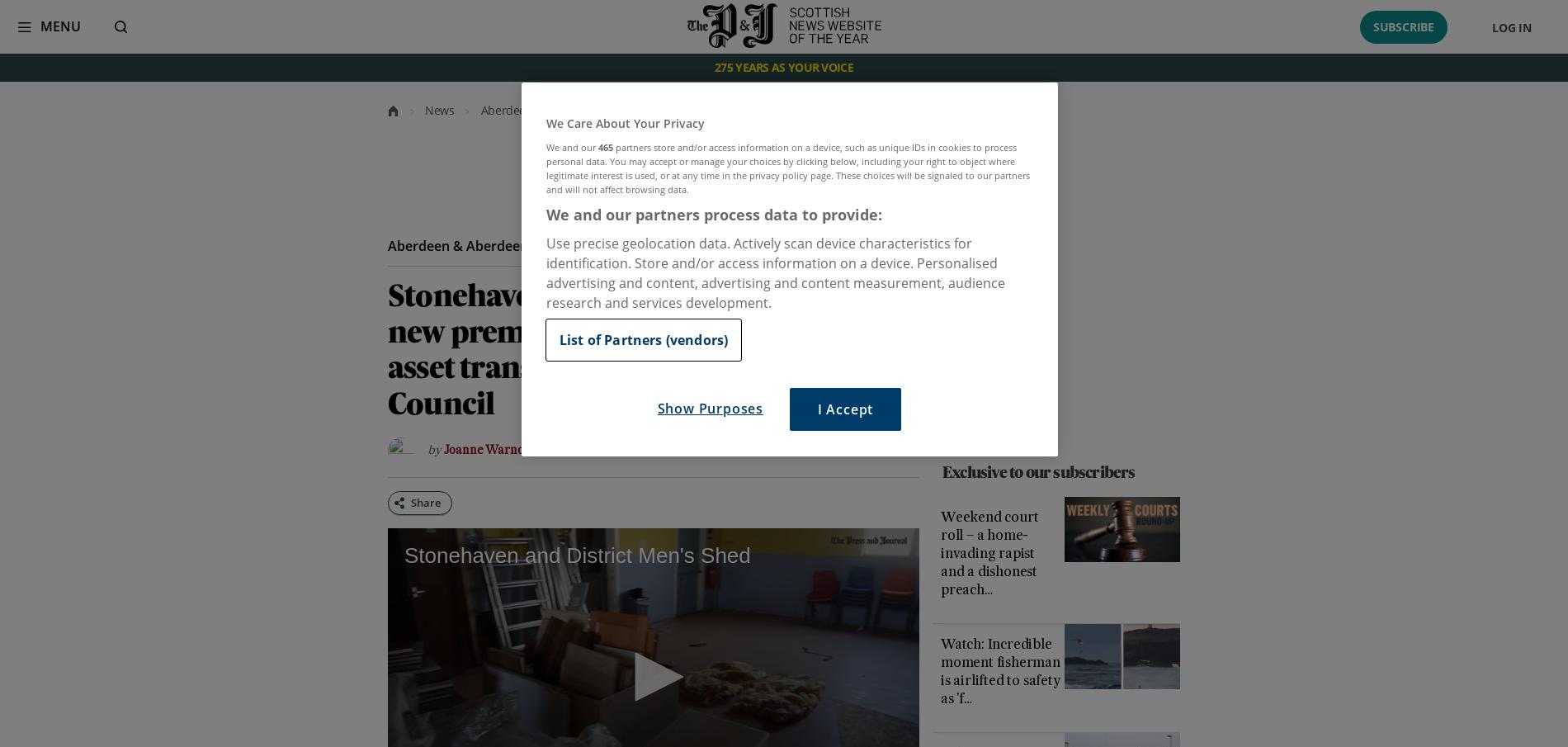  Describe the element at coordinates (1372, 25) in the screenshot. I see `'Subscribe'` at that location.